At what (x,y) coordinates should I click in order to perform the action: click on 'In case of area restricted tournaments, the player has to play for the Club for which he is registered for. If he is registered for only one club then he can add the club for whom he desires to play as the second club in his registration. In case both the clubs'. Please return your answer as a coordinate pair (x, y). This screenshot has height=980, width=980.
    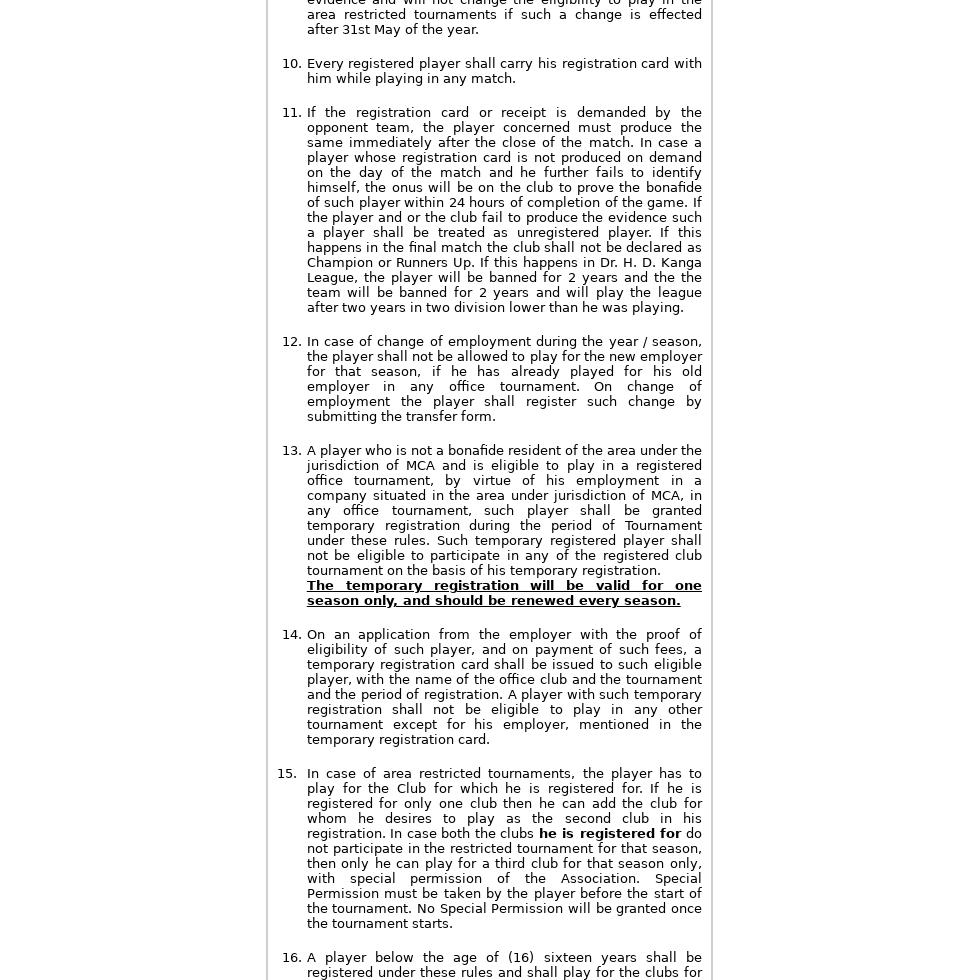
    Looking at the image, I should click on (503, 803).